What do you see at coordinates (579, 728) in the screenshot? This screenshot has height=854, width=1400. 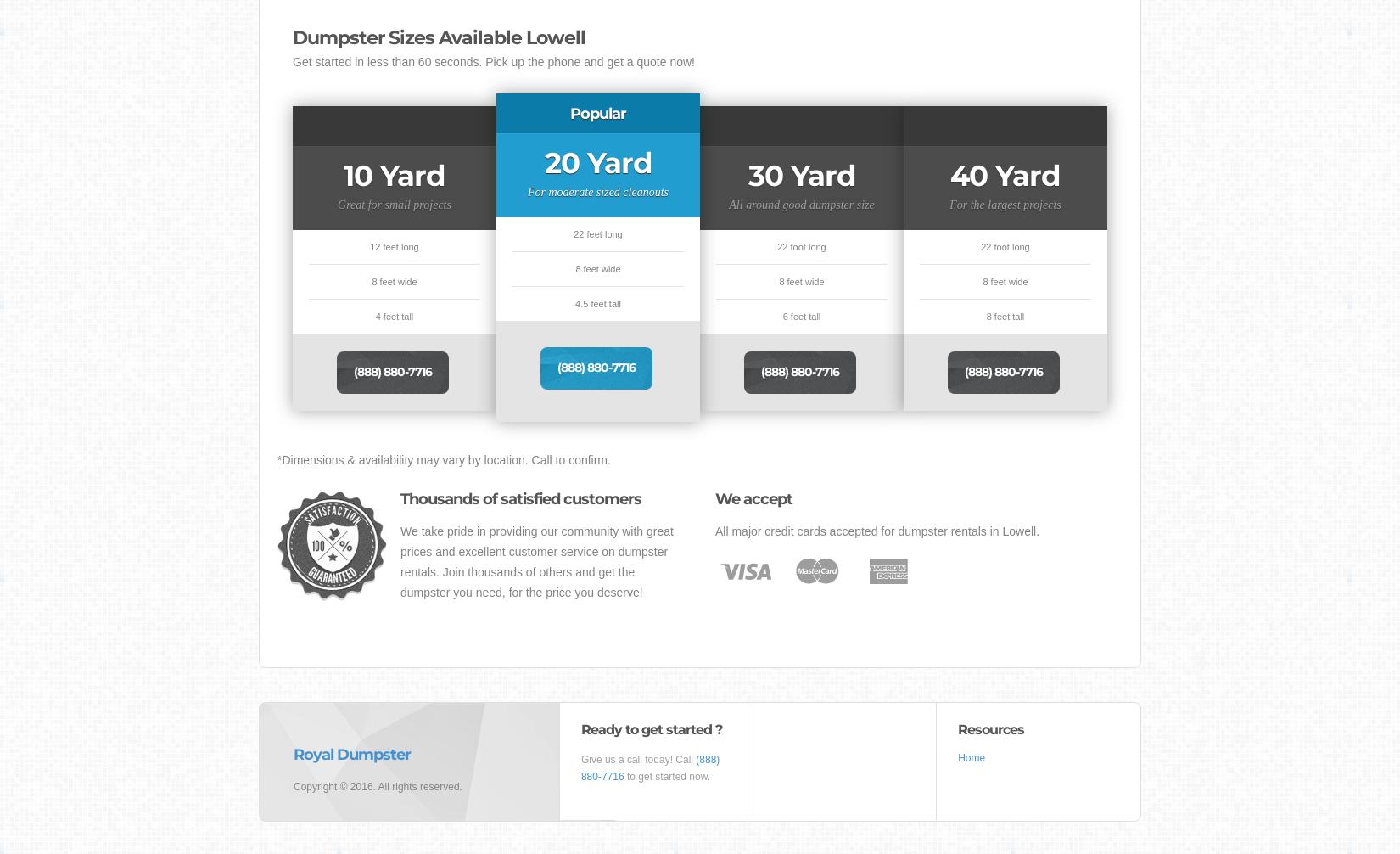 I see `'Ready to get started ?'` at bounding box center [579, 728].